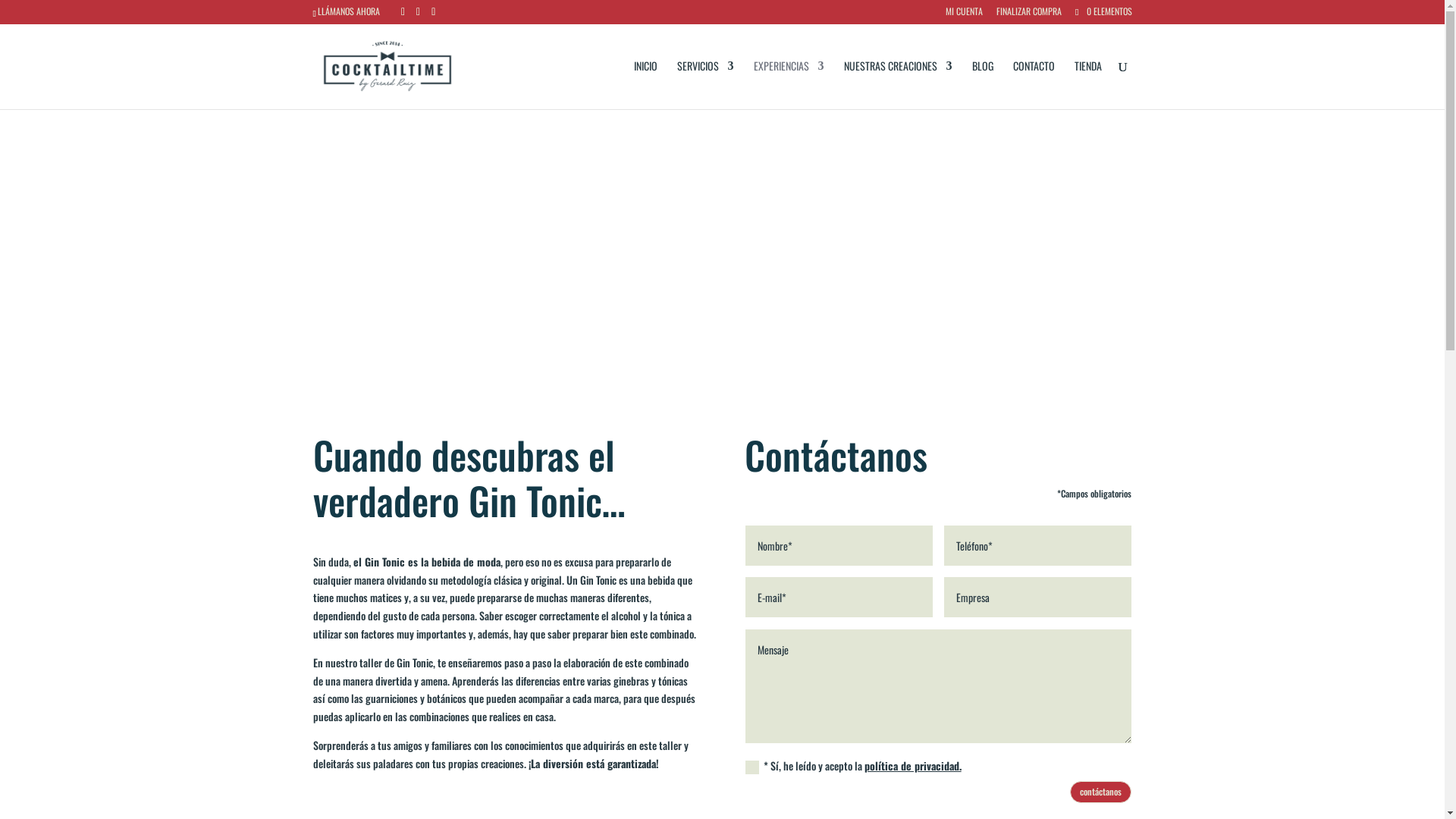  Describe the element at coordinates (789, 84) in the screenshot. I see `'EXPERIENCIAS'` at that location.